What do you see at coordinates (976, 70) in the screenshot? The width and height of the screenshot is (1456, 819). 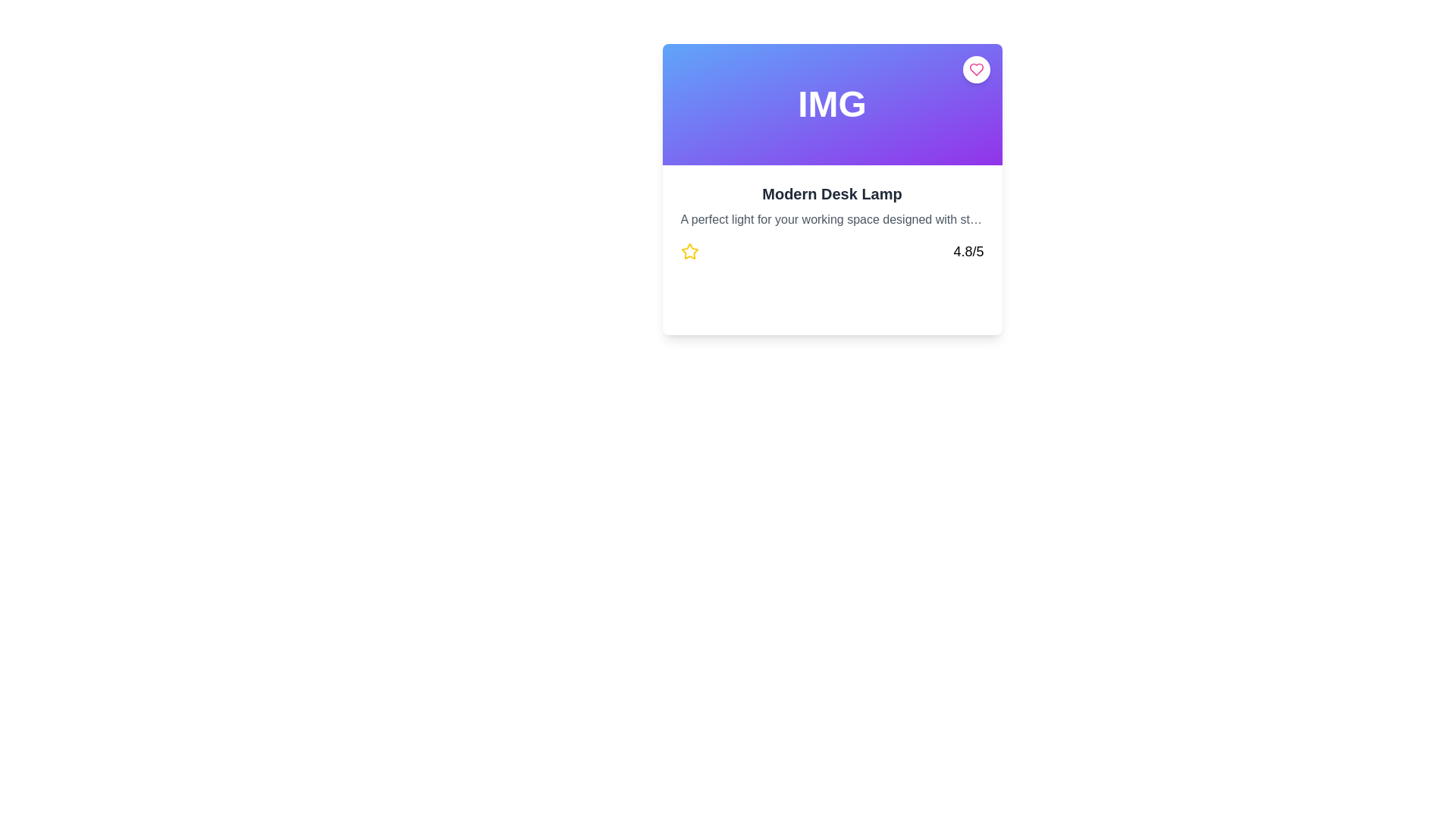 I see `the heart-shaped SVG icon located at the top-right corner of the card layout` at bounding box center [976, 70].